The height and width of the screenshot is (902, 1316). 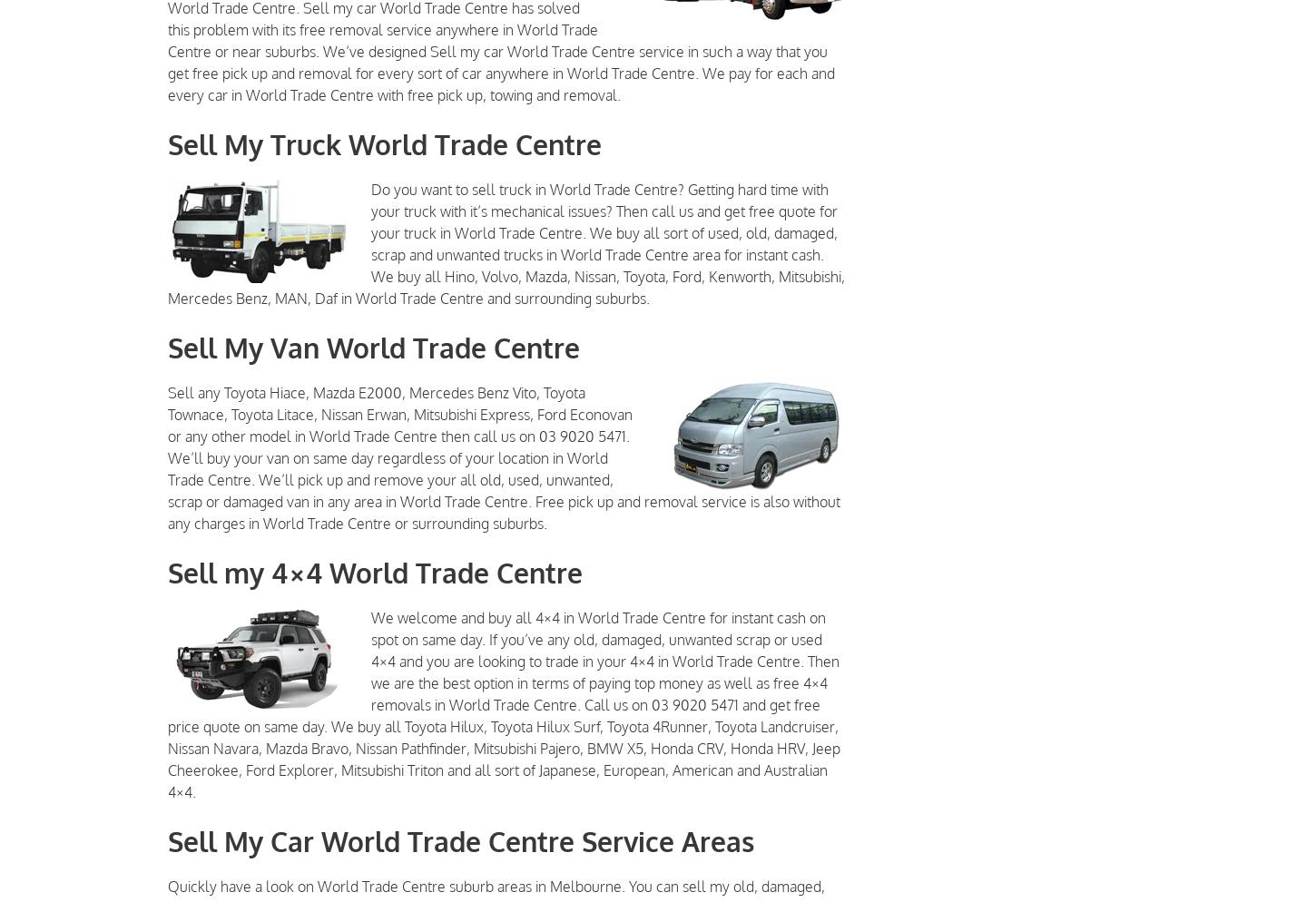 I want to click on 'Sell My Truck World Trade Centre', so click(x=383, y=144).